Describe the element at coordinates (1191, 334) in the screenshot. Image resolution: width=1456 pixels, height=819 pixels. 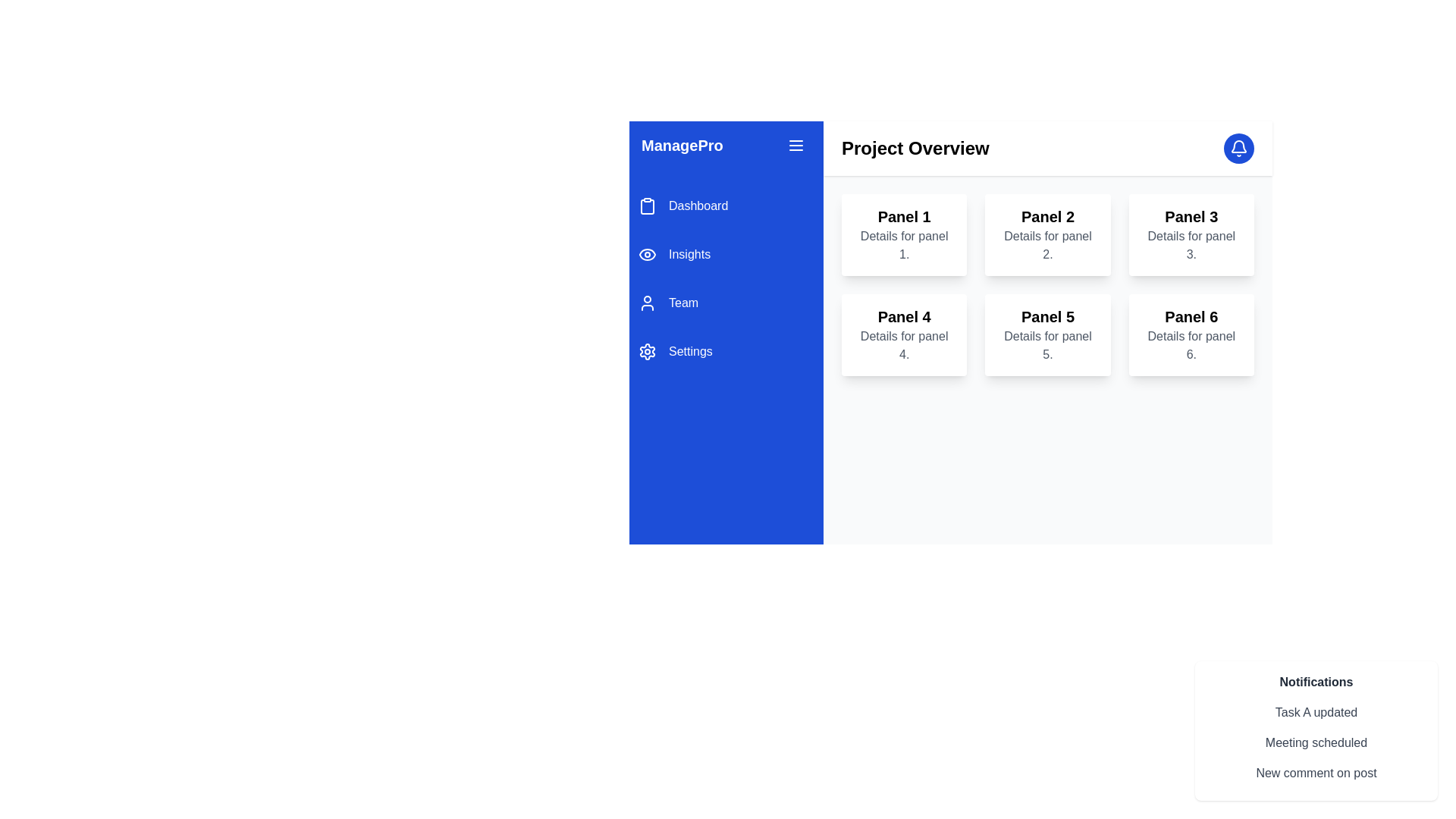
I see `the informational panel titled 'Panel 6'` at that location.